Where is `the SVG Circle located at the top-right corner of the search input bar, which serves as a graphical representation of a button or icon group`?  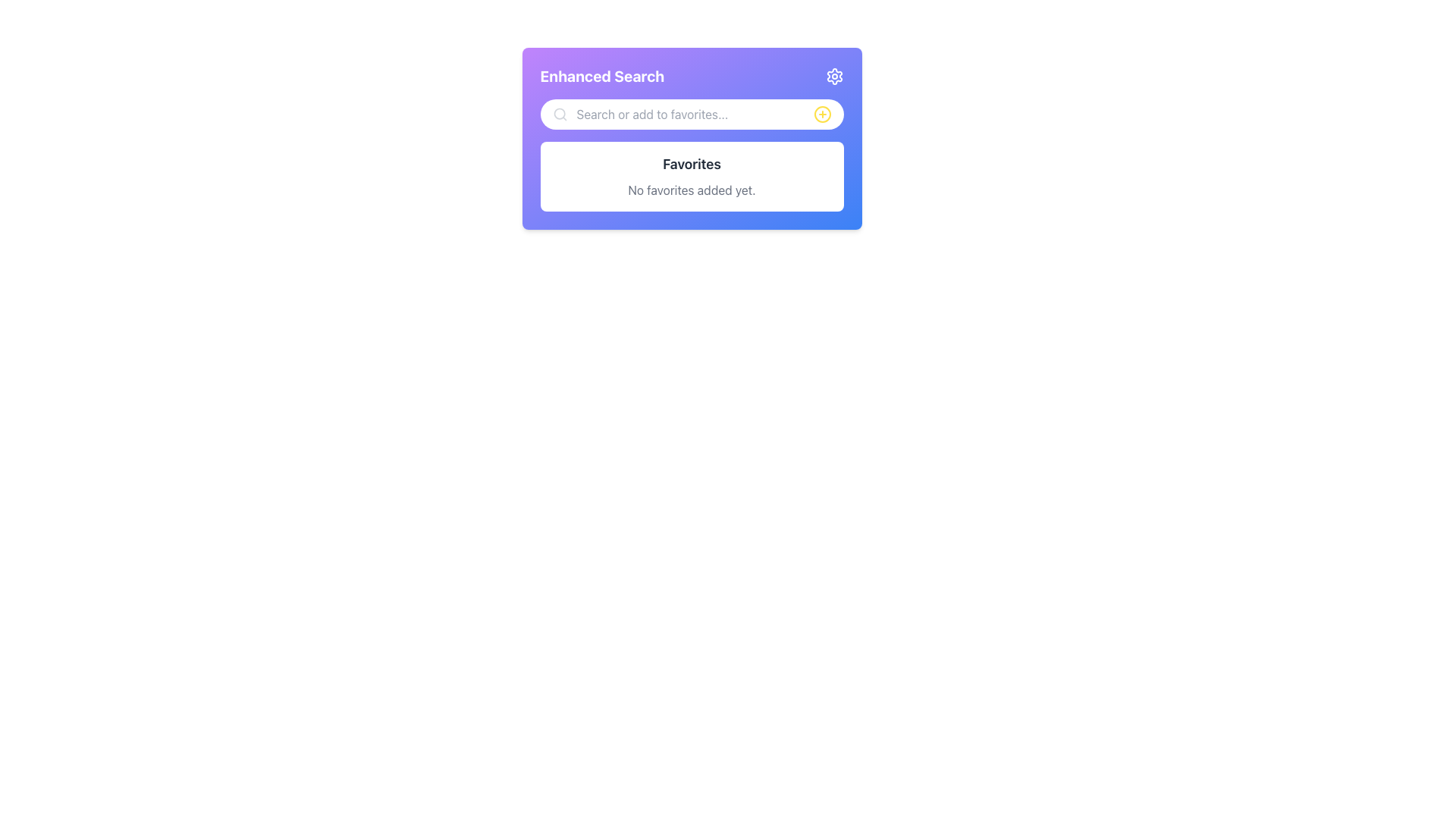
the SVG Circle located at the top-right corner of the search input bar, which serves as a graphical representation of a button or icon group is located at coordinates (821, 113).